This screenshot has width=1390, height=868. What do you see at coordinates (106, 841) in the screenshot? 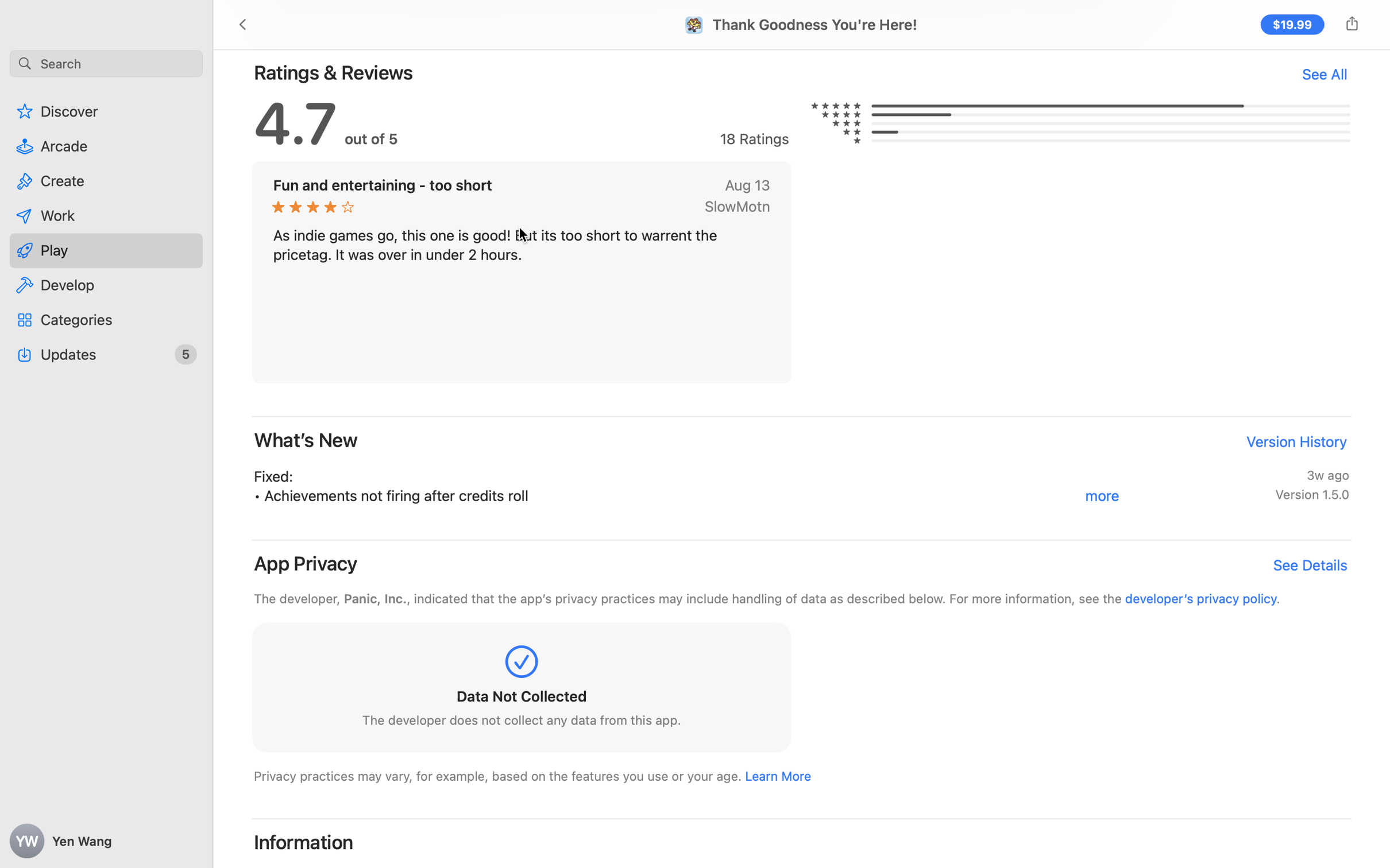
I see `'Yen Wang'` at bounding box center [106, 841].